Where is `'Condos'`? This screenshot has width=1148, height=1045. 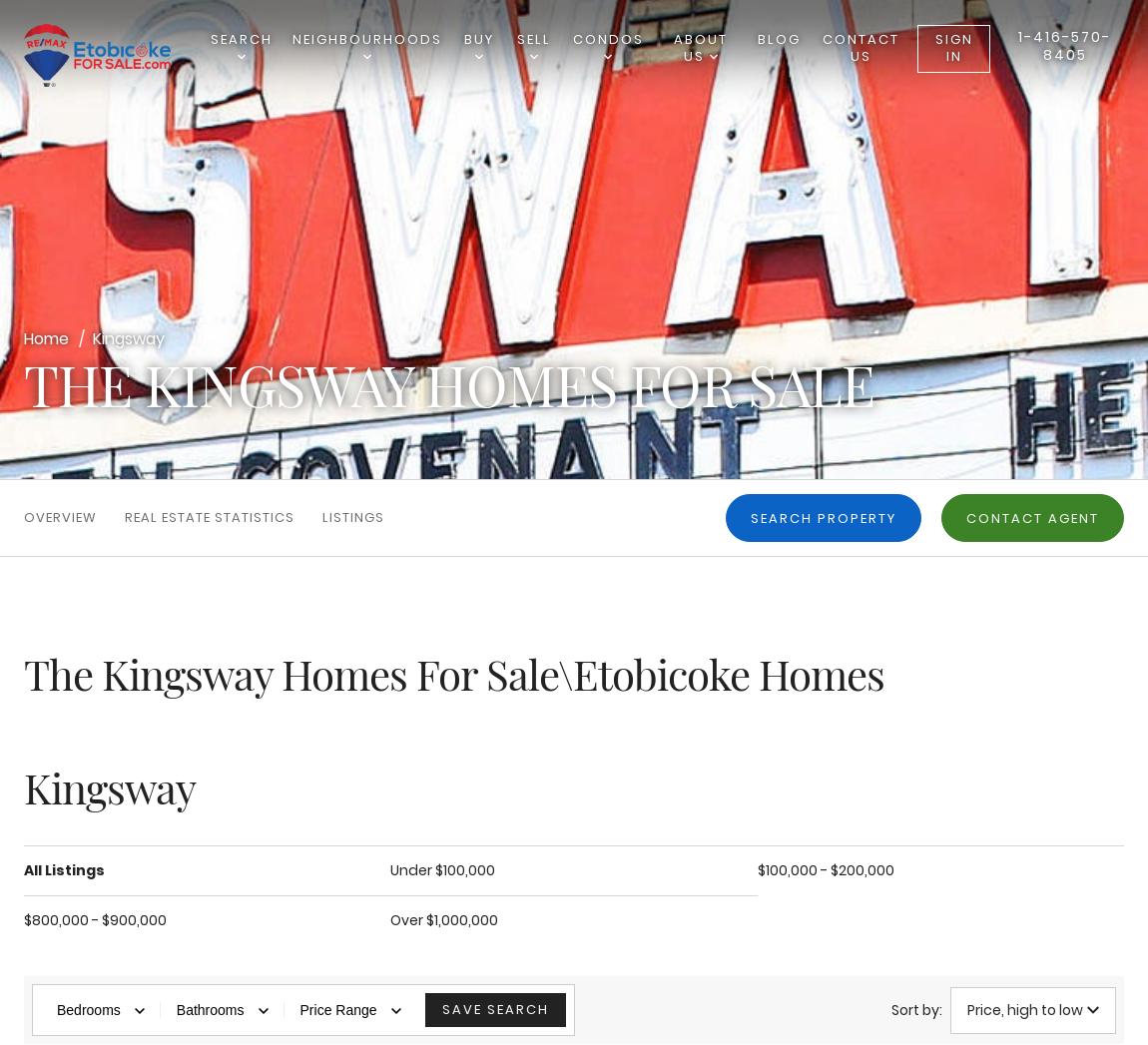 'Condos' is located at coordinates (606, 38).